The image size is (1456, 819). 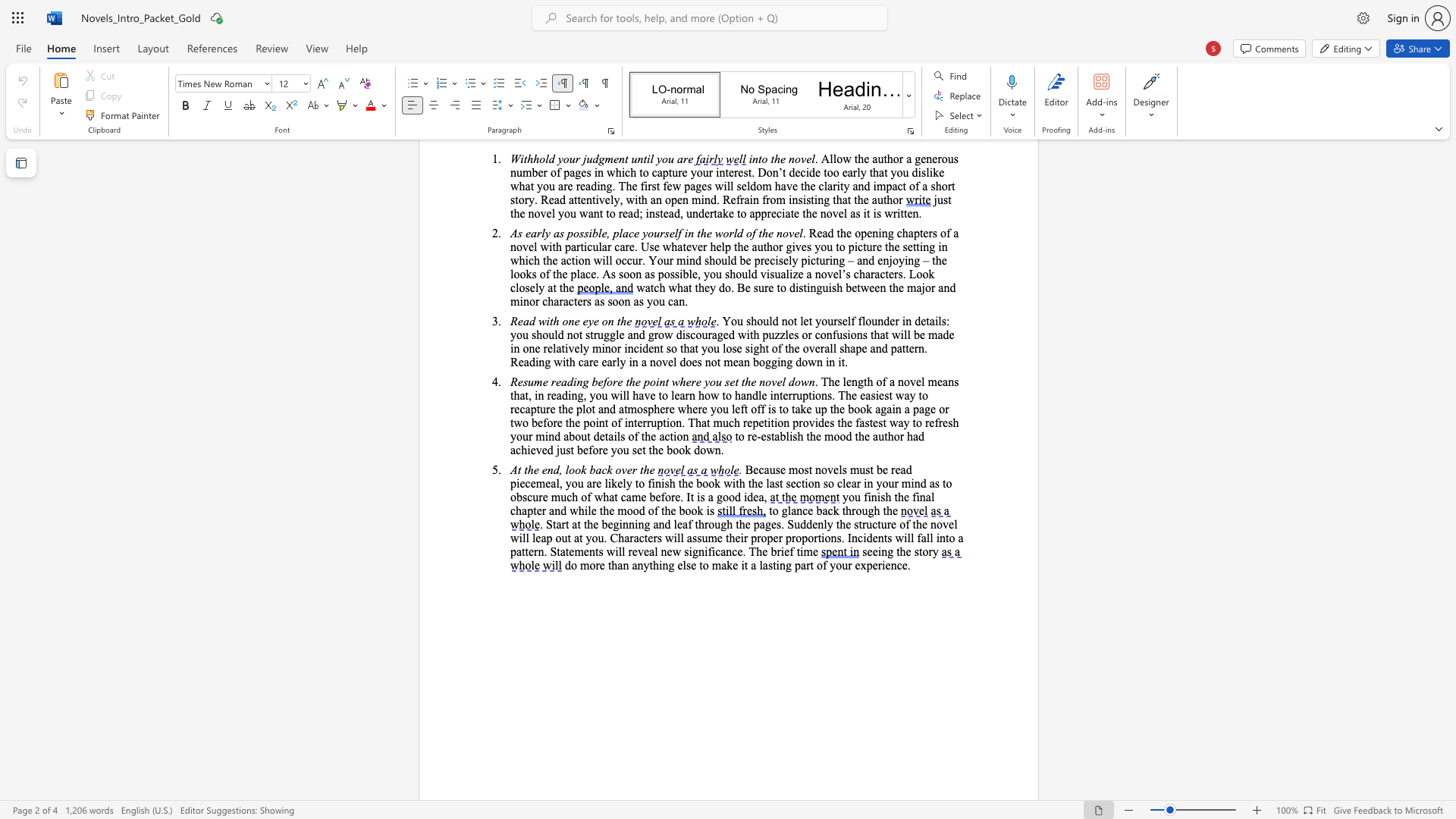 What do you see at coordinates (708, 483) in the screenshot?
I see `the subset text "ok with the last section so clear in yo" within the text "Because most novels must be read piecemeal, you are likely to finish the book with the last section so clear in your mind as to obscure much of what came before. It is"` at bounding box center [708, 483].